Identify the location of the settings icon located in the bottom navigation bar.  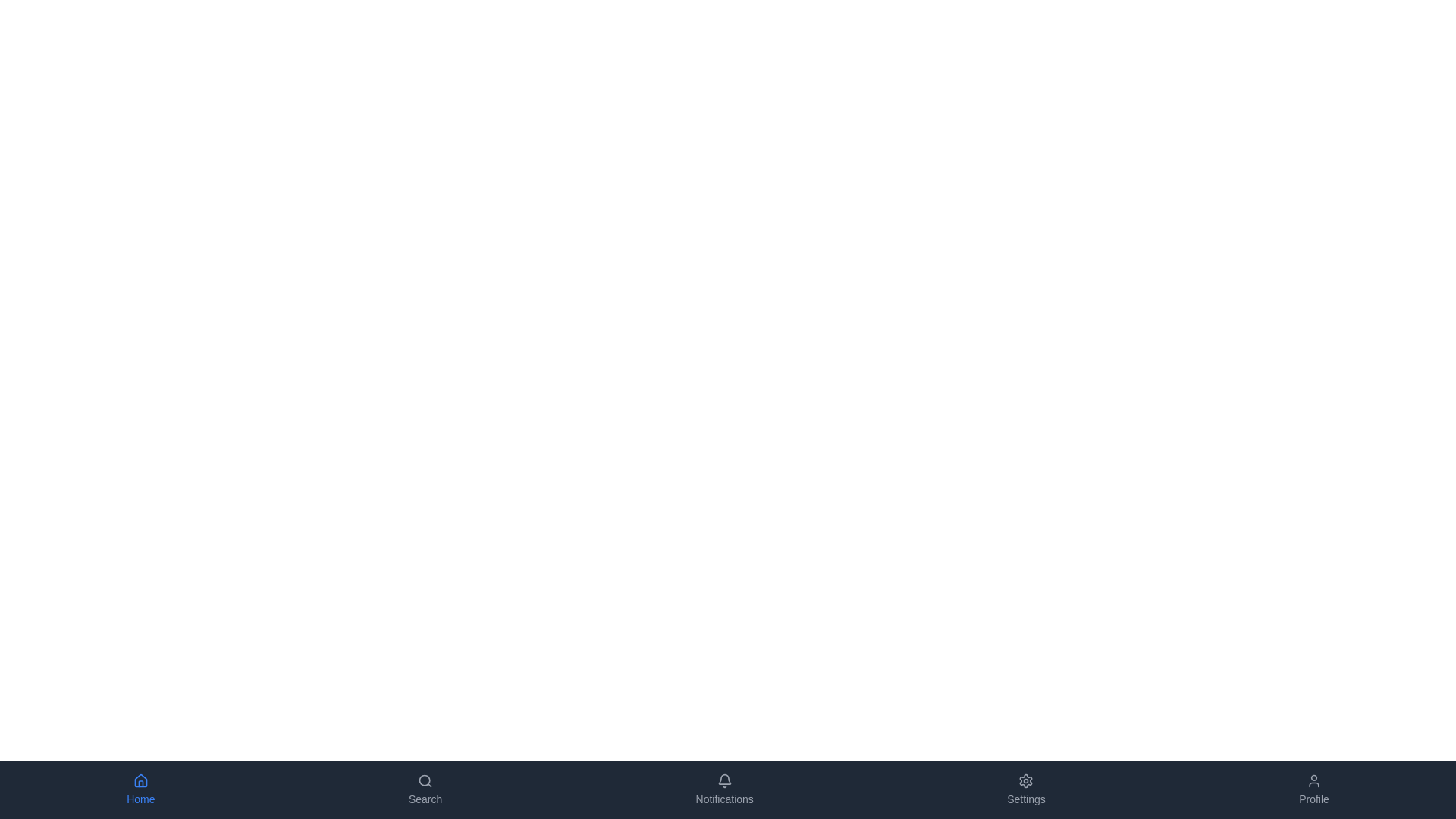
(1026, 780).